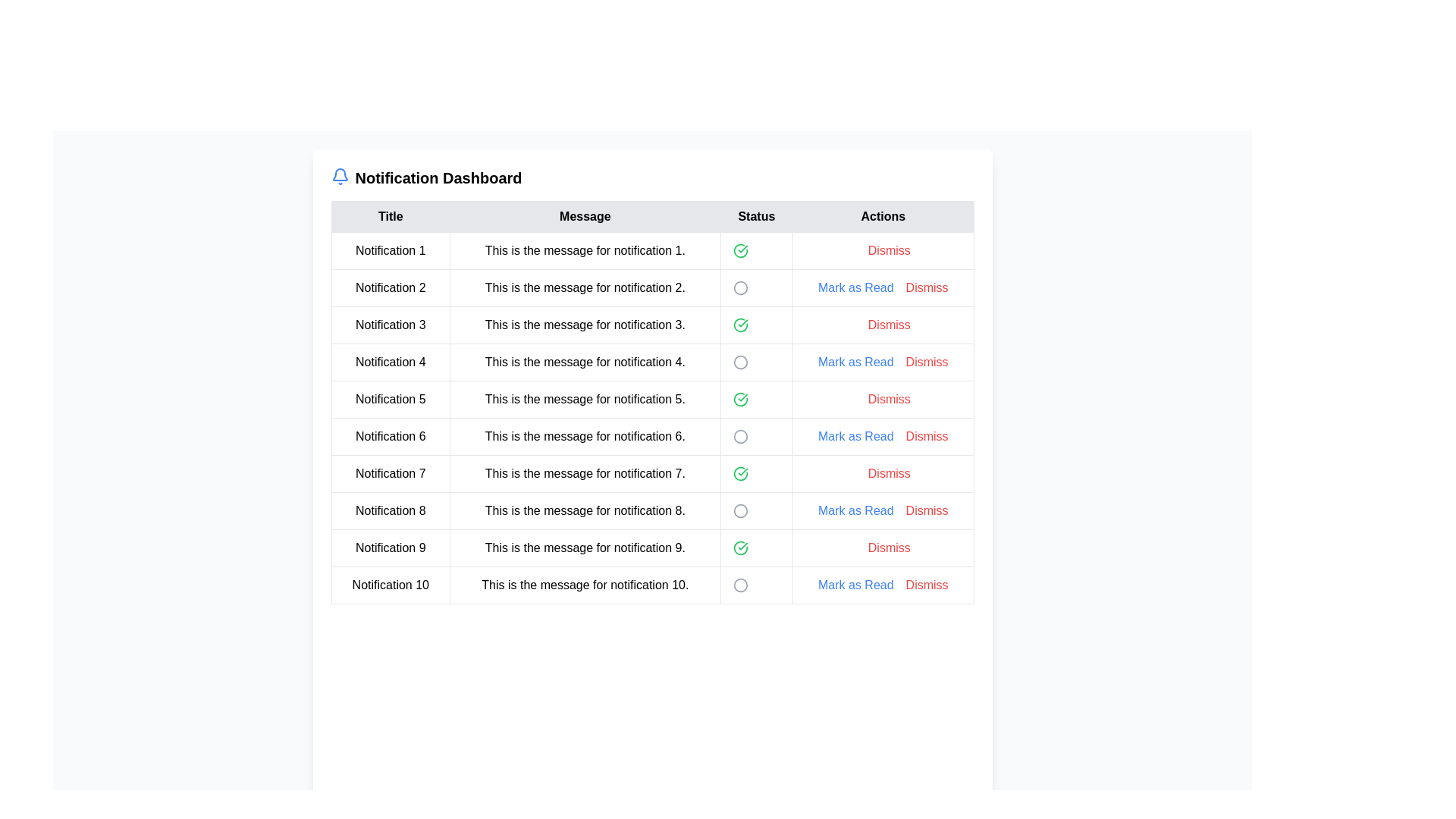 The width and height of the screenshot is (1456, 819). Describe the element at coordinates (339, 175) in the screenshot. I see `the blue bell-shaped icon located within the notification dashboard, positioned to the left of the 'Notification Dashboard' text` at that location.